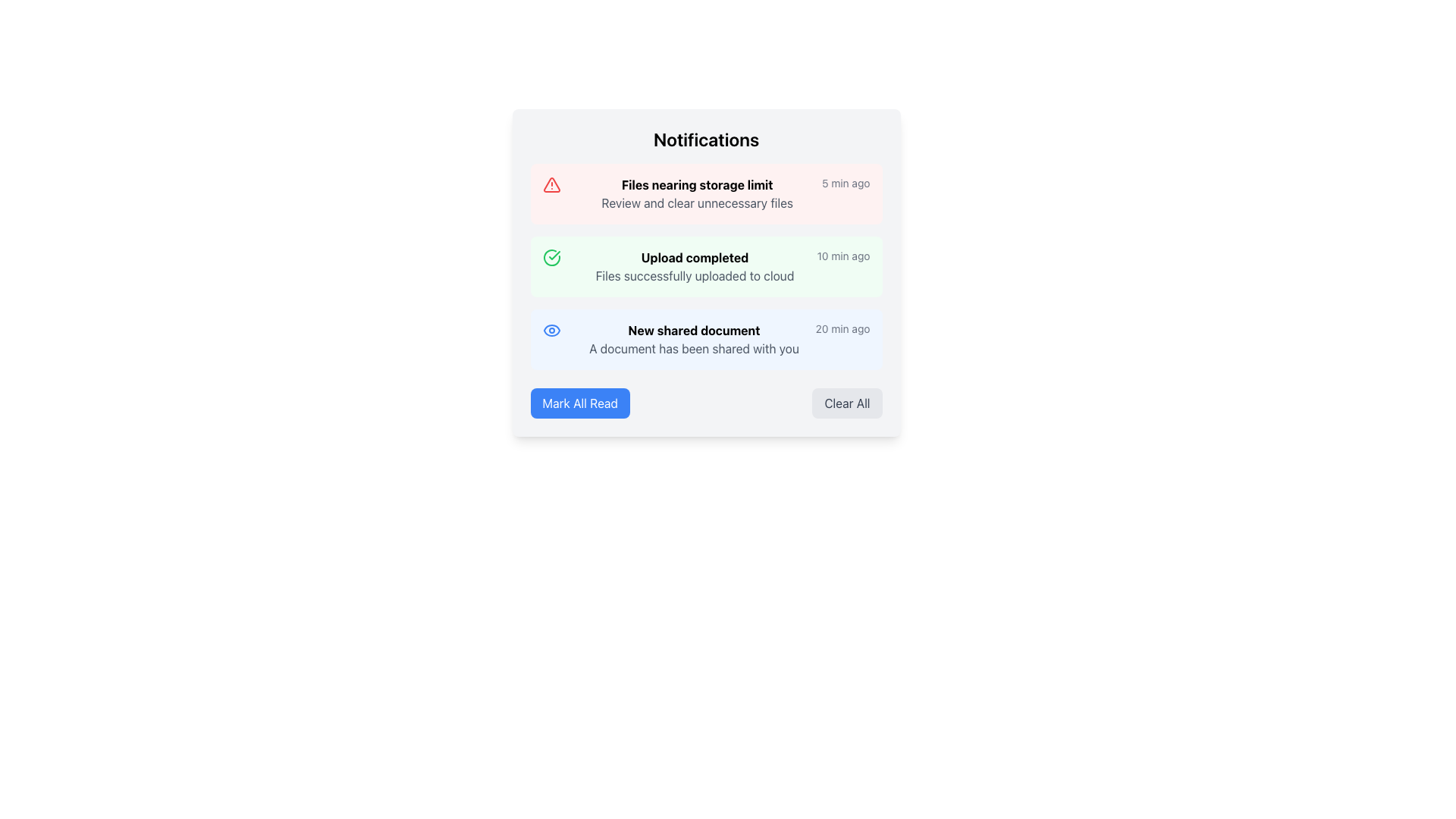  I want to click on the text label displaying '20 min ago' located in the bottom-right region of the notification card for 'New shared document', so click(842, 328).